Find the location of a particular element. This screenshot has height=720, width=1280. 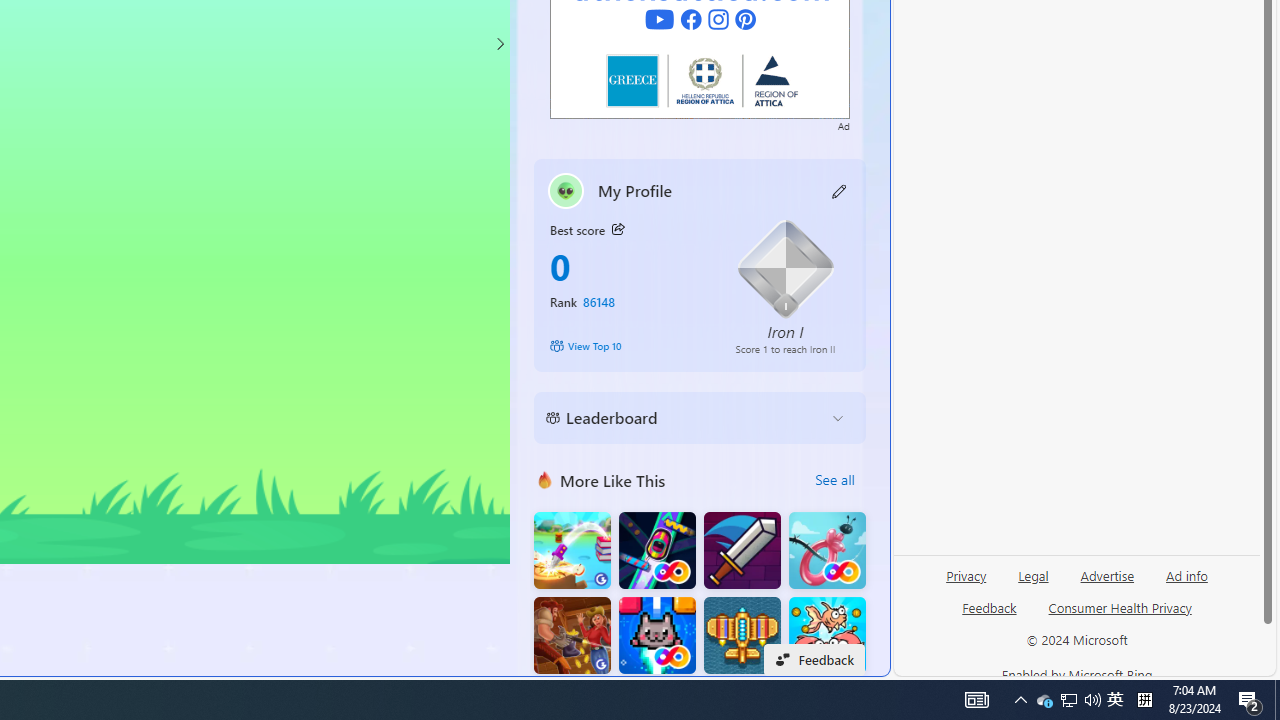

'Atlantic Sky Hunter' is located at coordinates (741, 635).